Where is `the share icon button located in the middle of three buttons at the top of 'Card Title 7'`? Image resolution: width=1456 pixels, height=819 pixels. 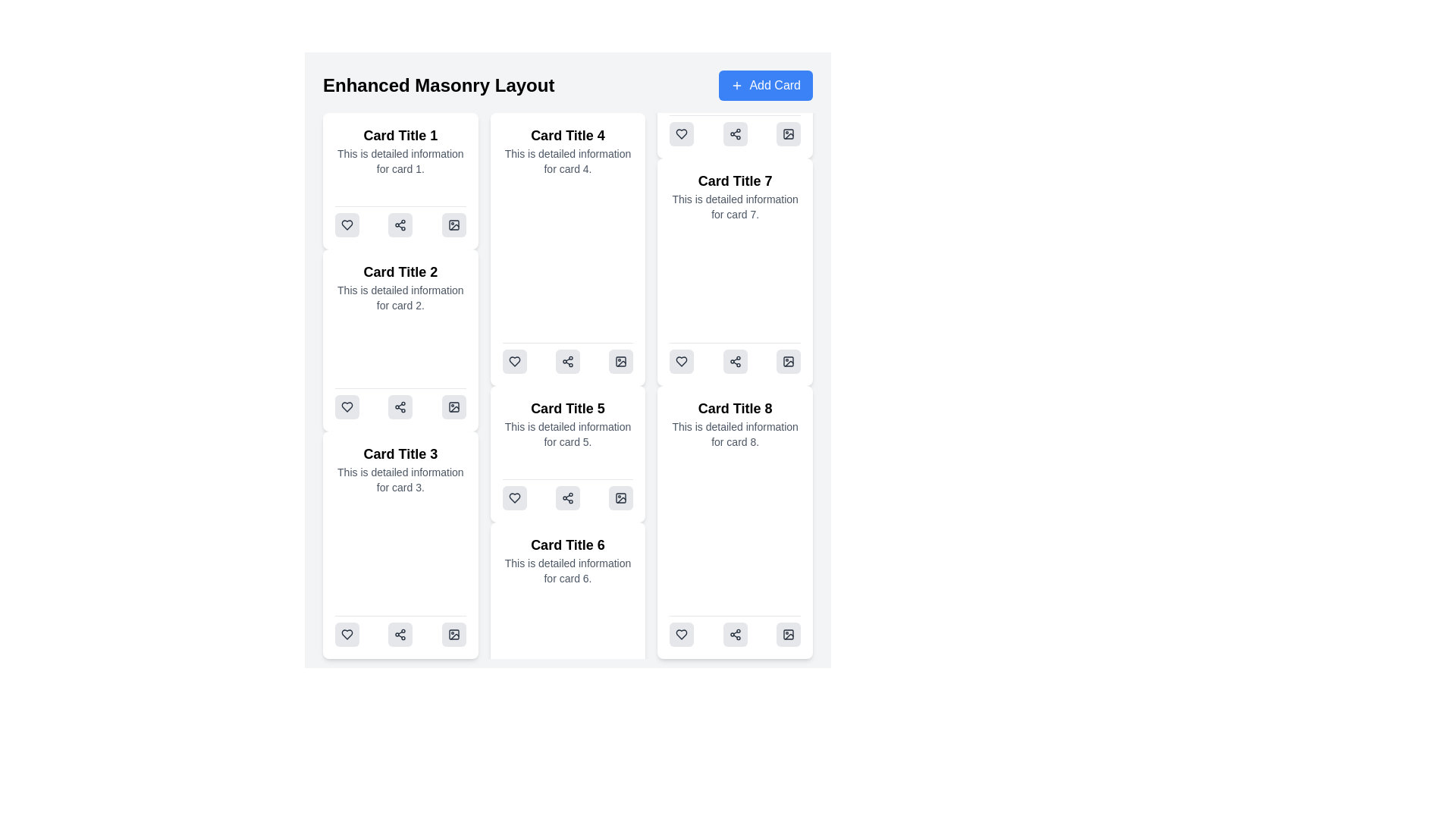
the share icon button located in the middle of three buttons at the top of 'Card Title 7' is located at coordinates (735, 133).